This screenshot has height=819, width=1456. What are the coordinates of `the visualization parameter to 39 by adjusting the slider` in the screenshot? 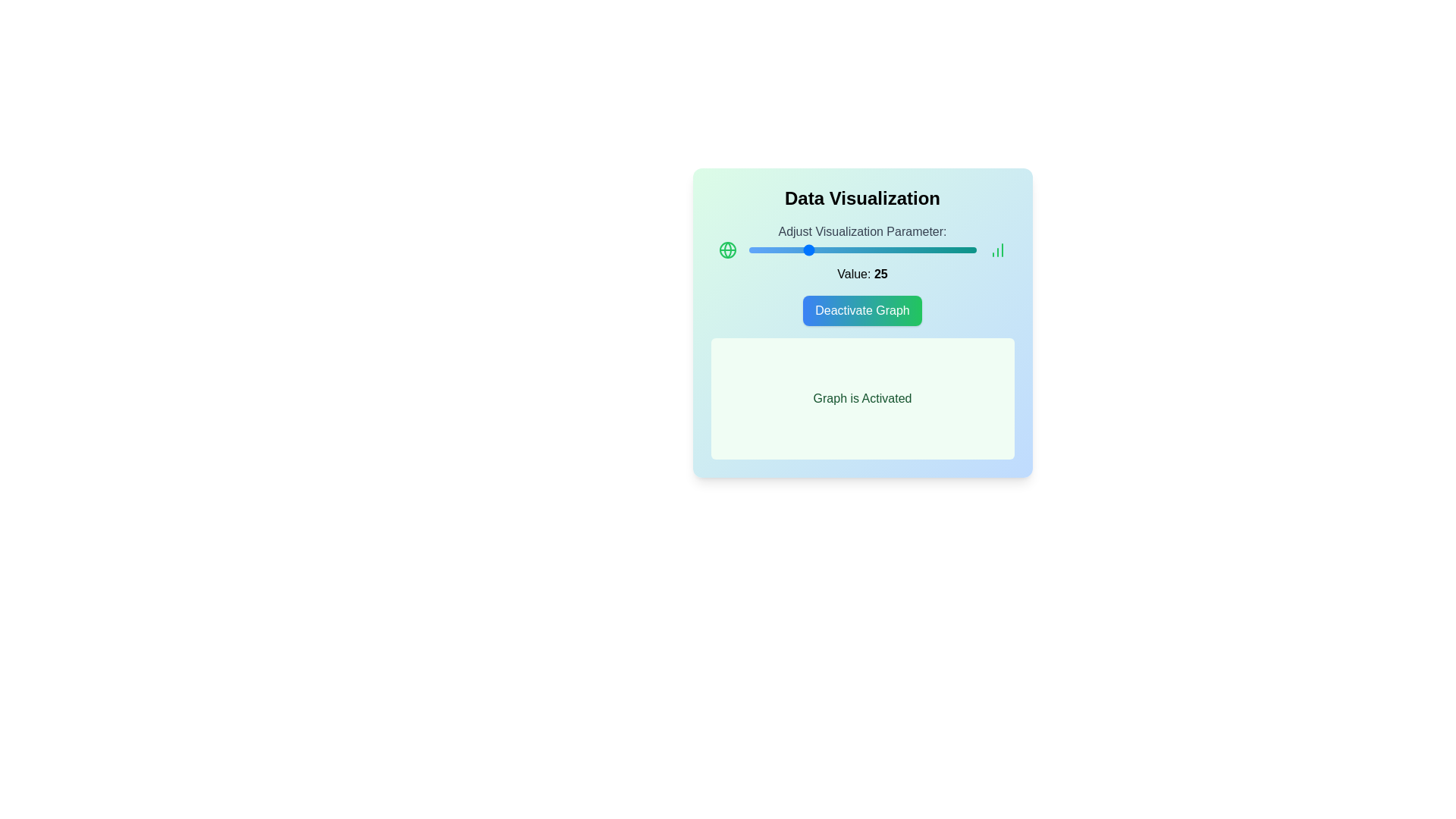 It's located at (836, 249).